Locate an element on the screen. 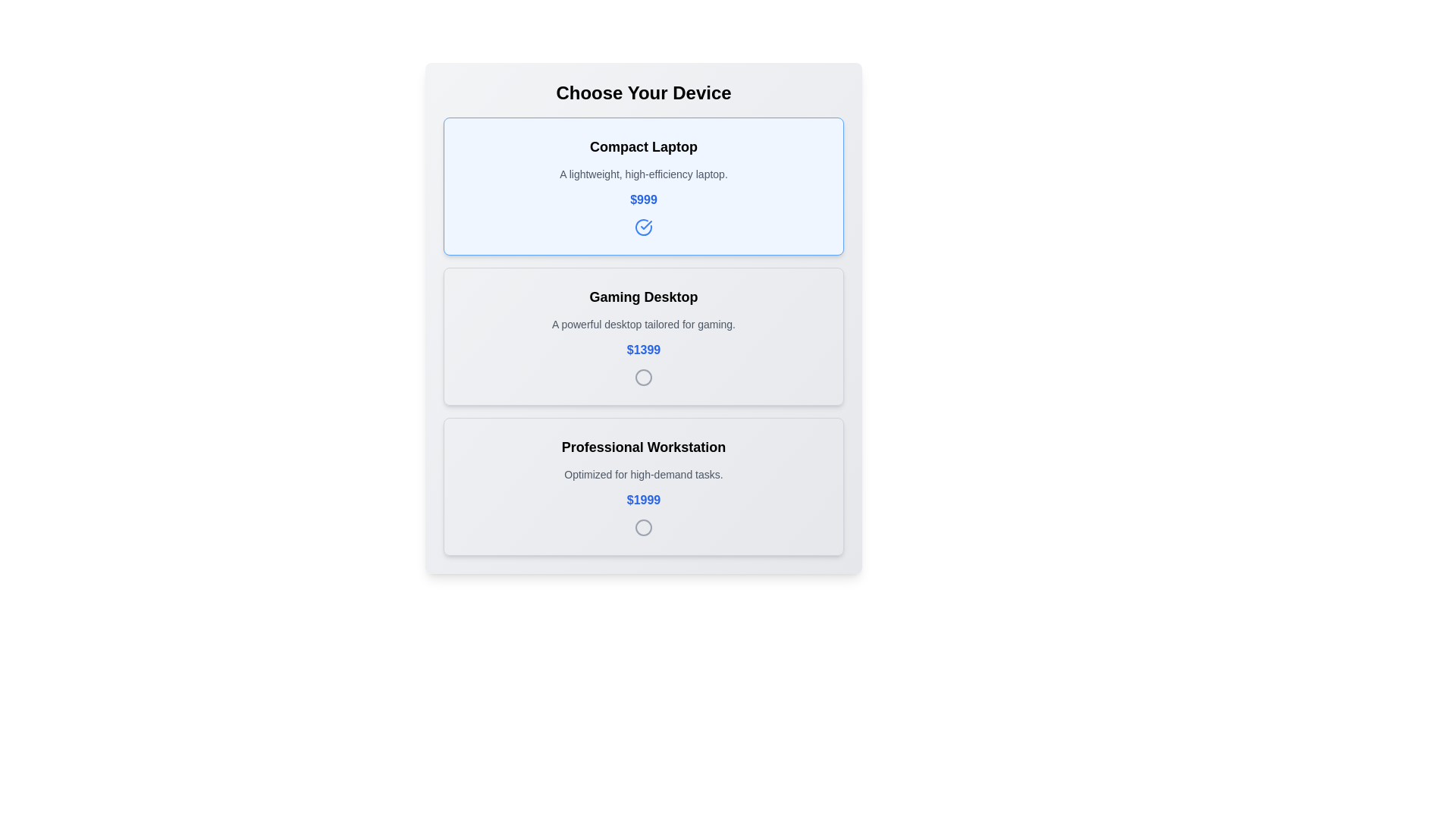  prominent black bold text 'Professional Workstation' located at the top of the bordered box containing workstation details is located at coordinates (644, 447).